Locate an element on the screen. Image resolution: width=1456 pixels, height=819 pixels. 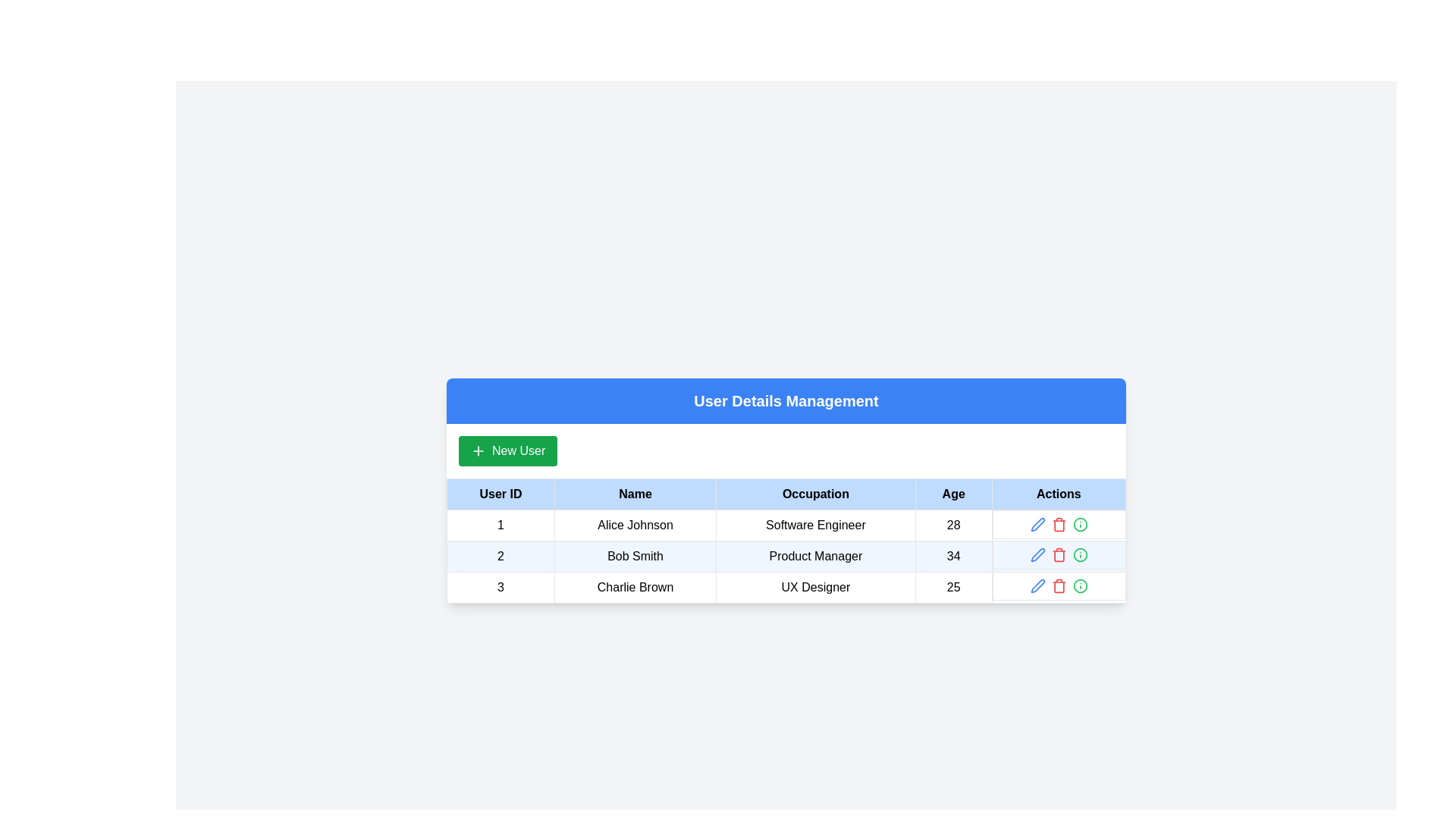
the Text Display element that contains the text 'Bob Smith', which is styled with padding and a border, located in the second row under the 'Name' column is located at coordinates (635, 556).